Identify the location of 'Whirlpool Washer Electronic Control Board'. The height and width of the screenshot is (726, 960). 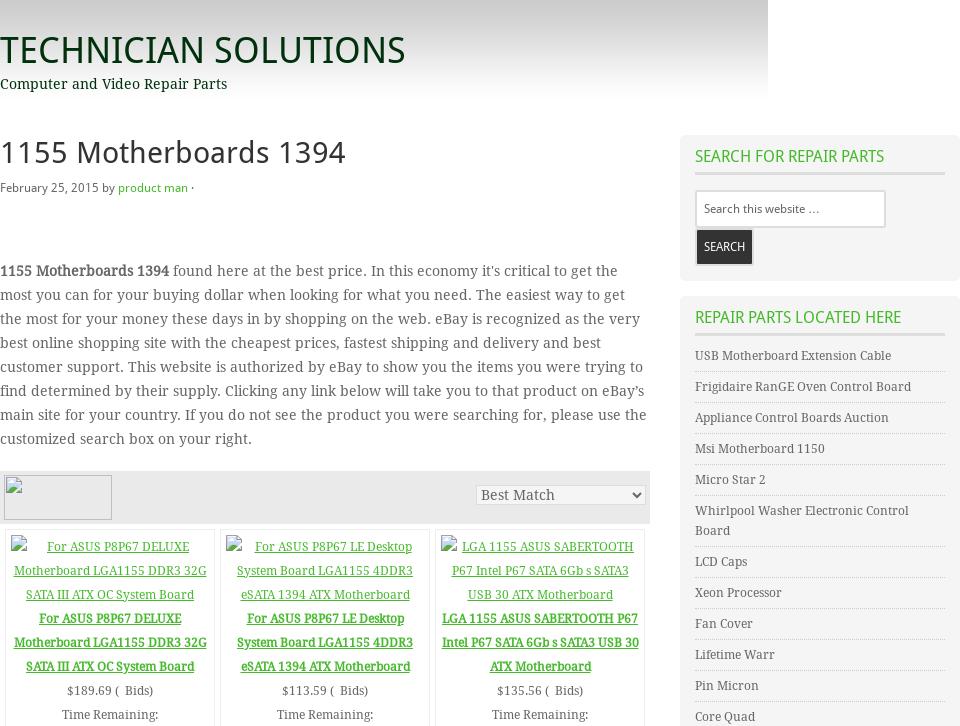
(801, 520).